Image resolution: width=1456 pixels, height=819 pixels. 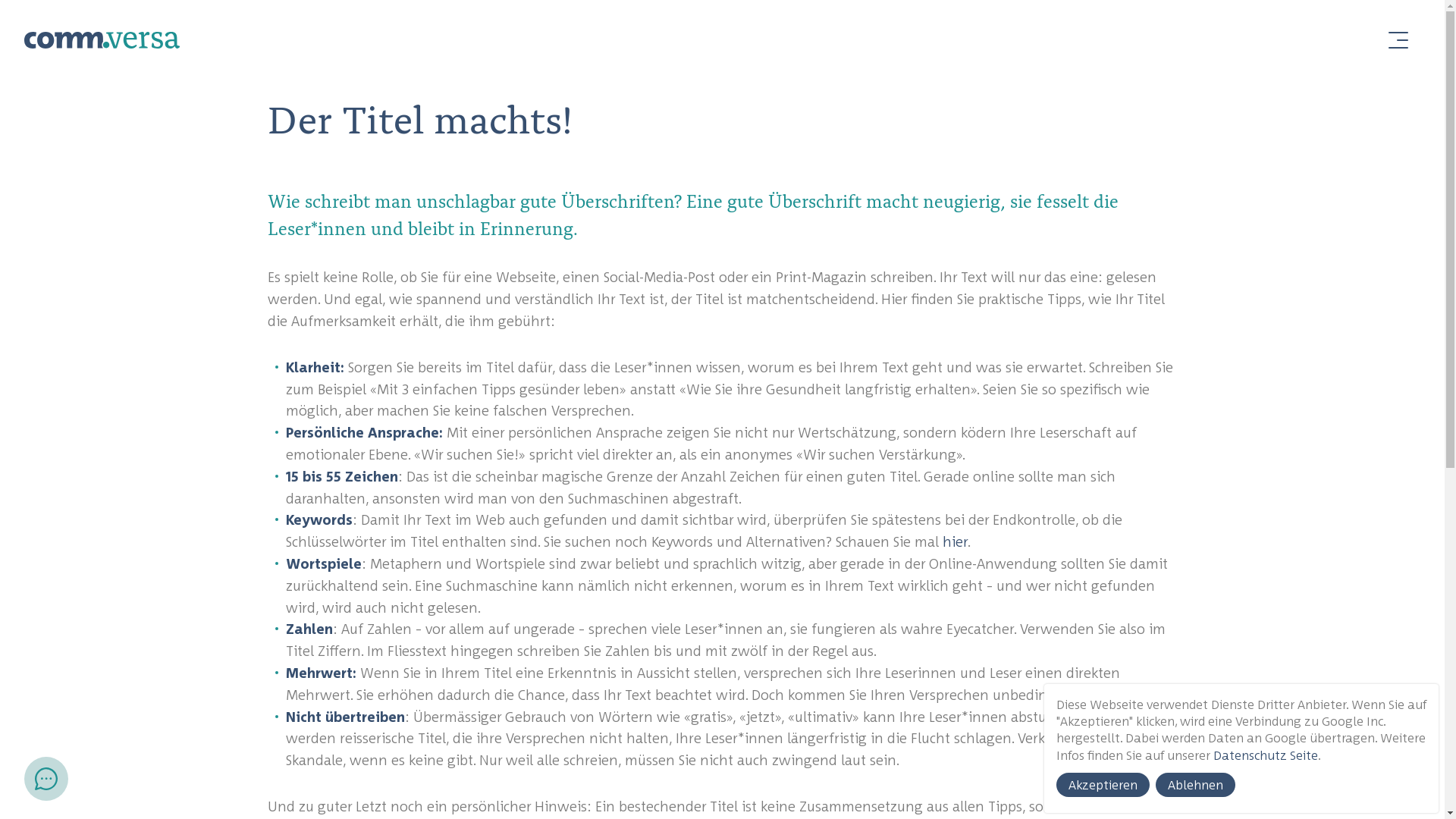 I want to click on 'Datenschutz Seite', so click(x=1266, y=755).